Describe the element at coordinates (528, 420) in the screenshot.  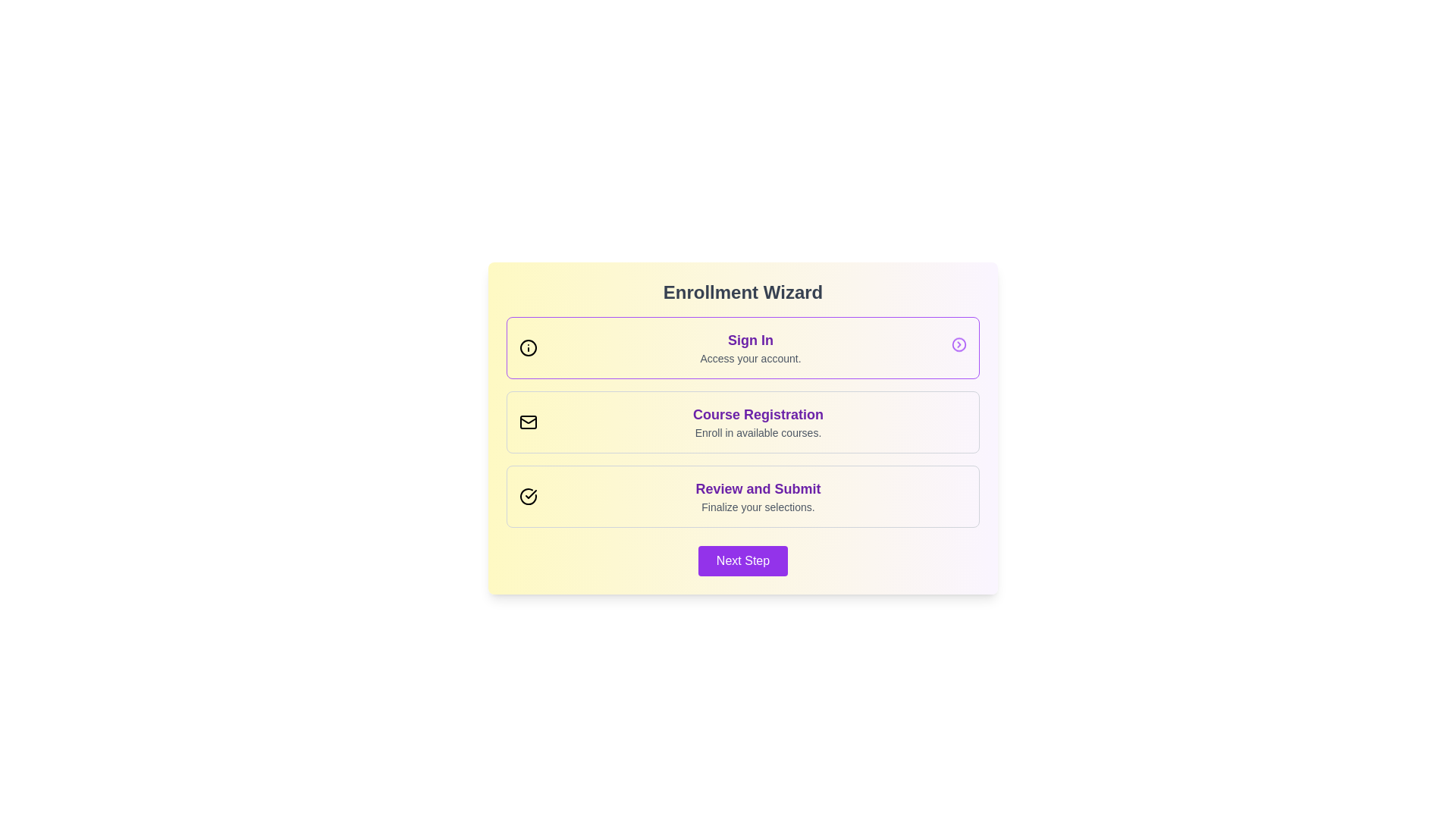
I see `the envelope icon representing email or messages in the 'Course Registration' section` at that location.